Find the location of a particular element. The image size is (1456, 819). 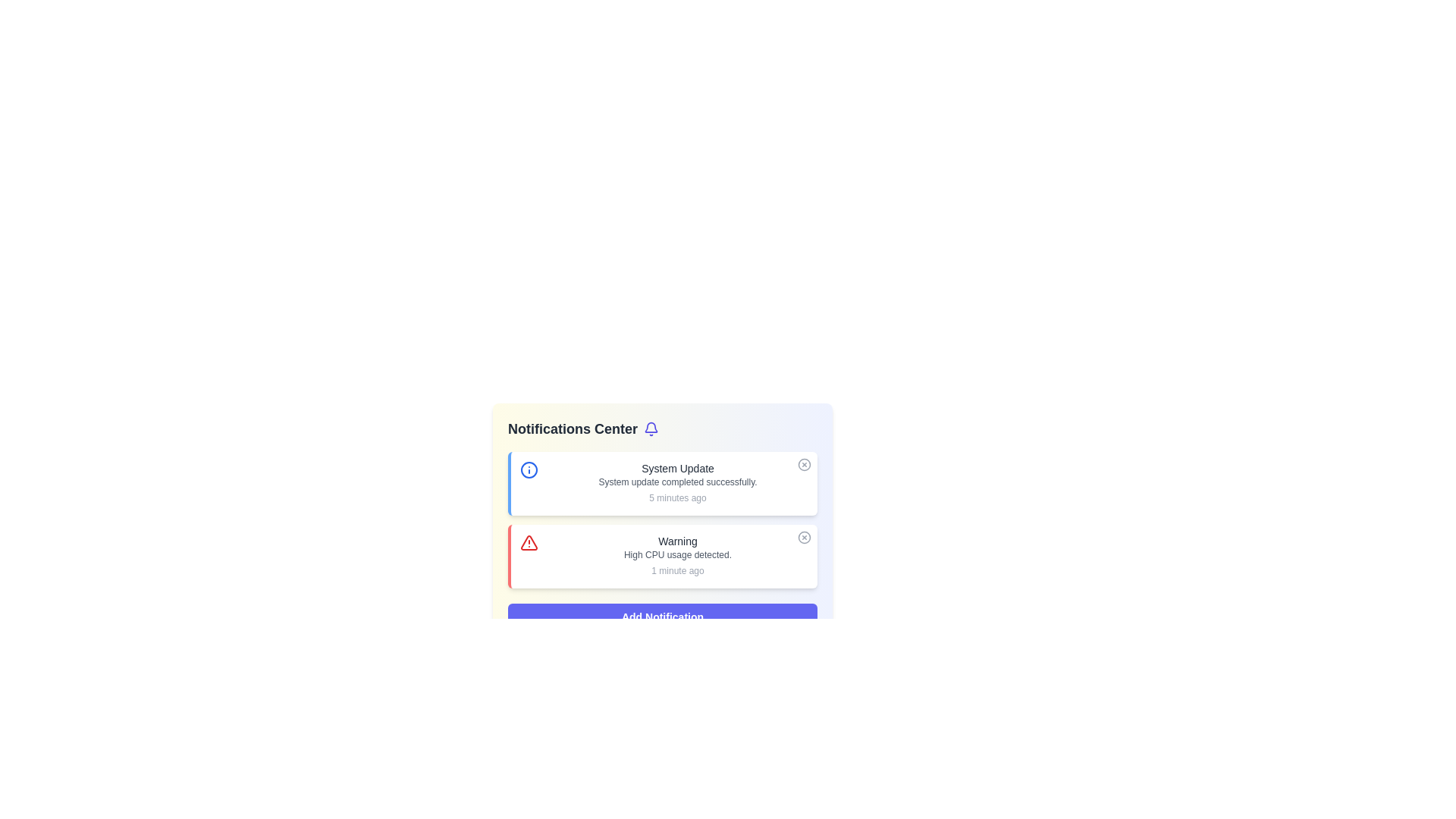

the timestamp text label located at the bottom of the notification card that shows 'Warning' and 'High CPU usage detected.' is located at coordinates (676, 570).